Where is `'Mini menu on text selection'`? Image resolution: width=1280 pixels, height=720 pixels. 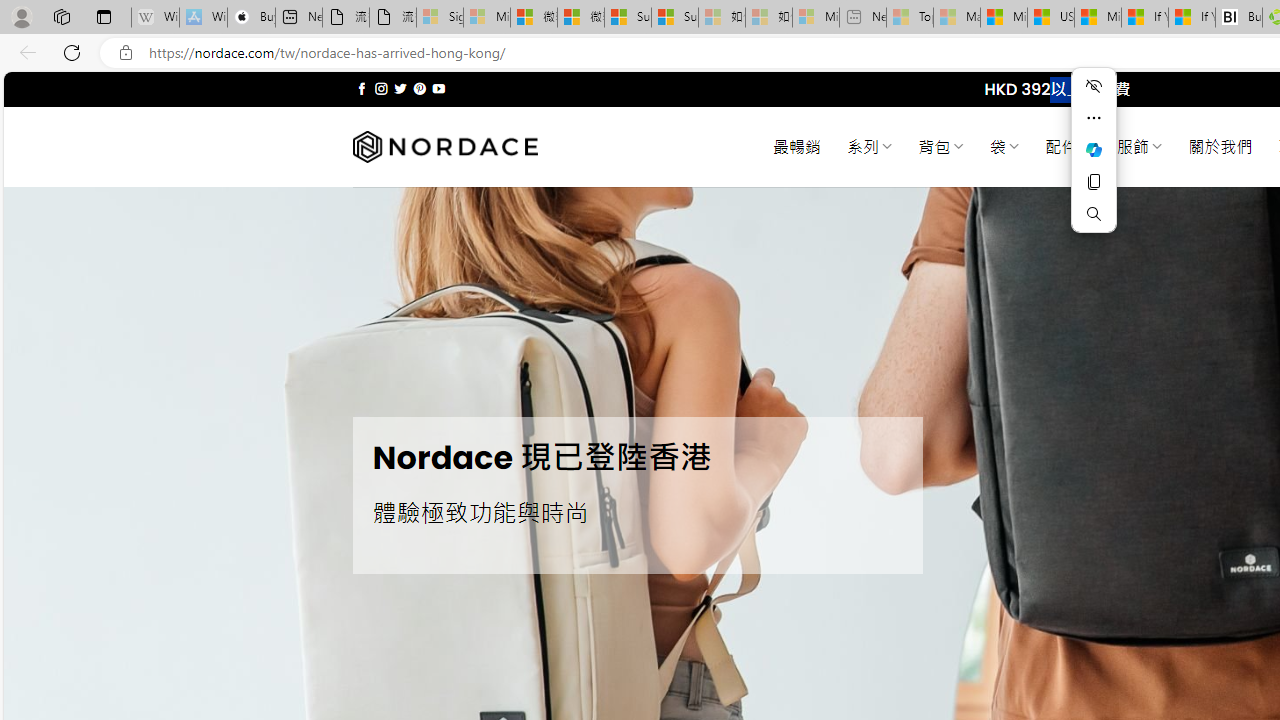
'Mini menu on text selection' is located at coordinates (1093, 161).